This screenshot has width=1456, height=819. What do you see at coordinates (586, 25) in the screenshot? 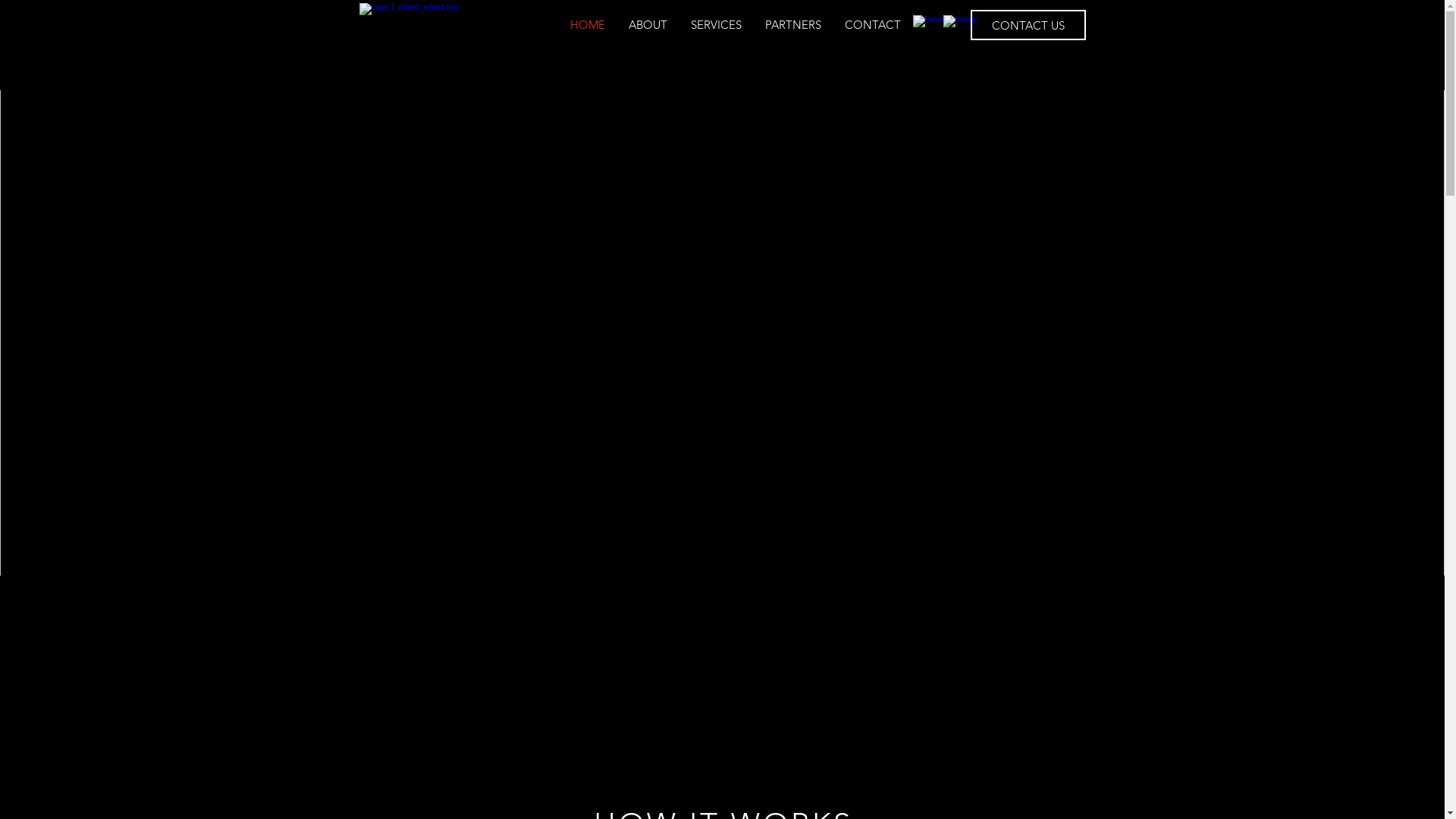
I see `'HOME'` at bounding box center [586, 25].